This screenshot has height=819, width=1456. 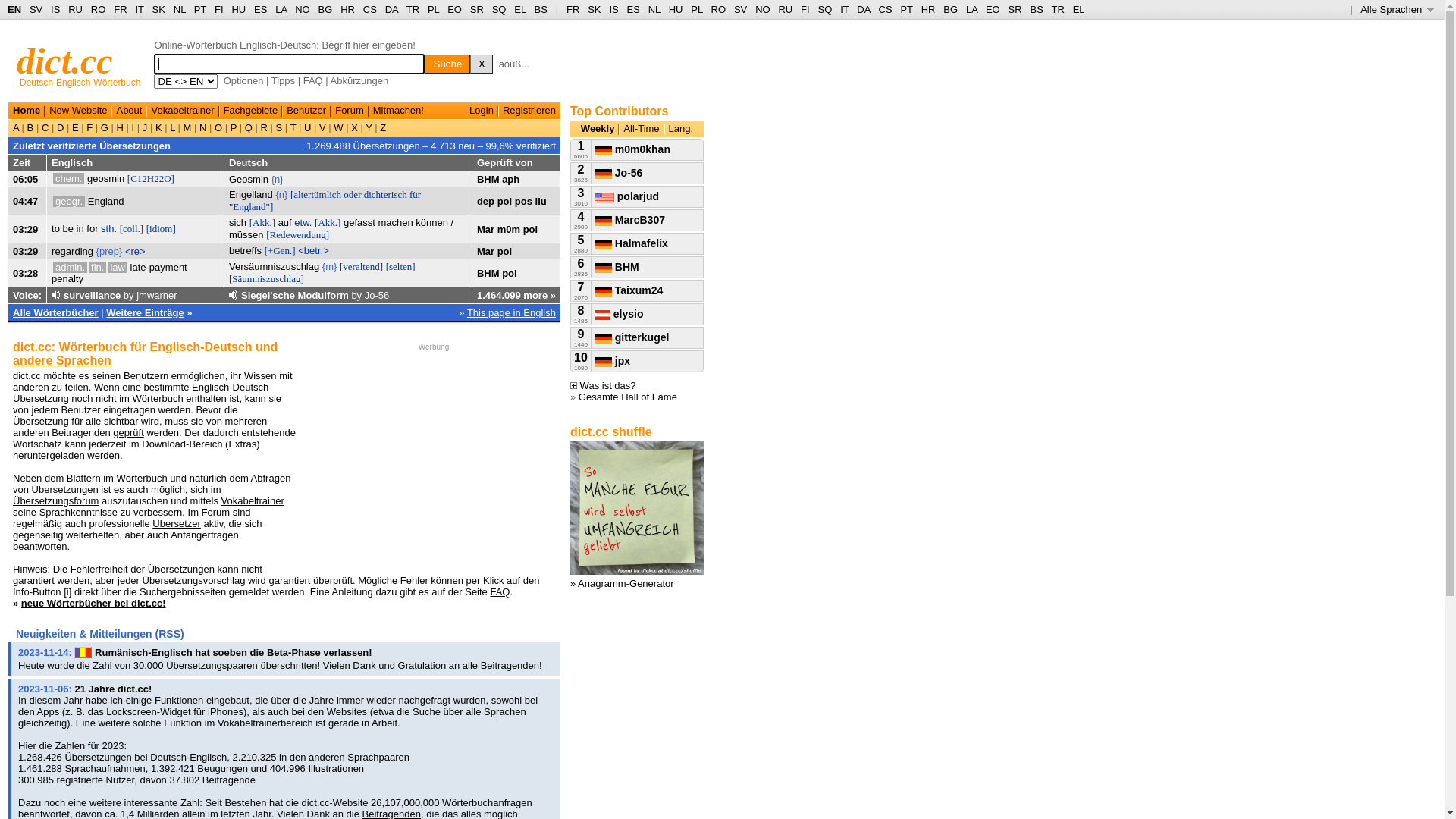 I want to click on 'Login', so click(x=480, y=109).